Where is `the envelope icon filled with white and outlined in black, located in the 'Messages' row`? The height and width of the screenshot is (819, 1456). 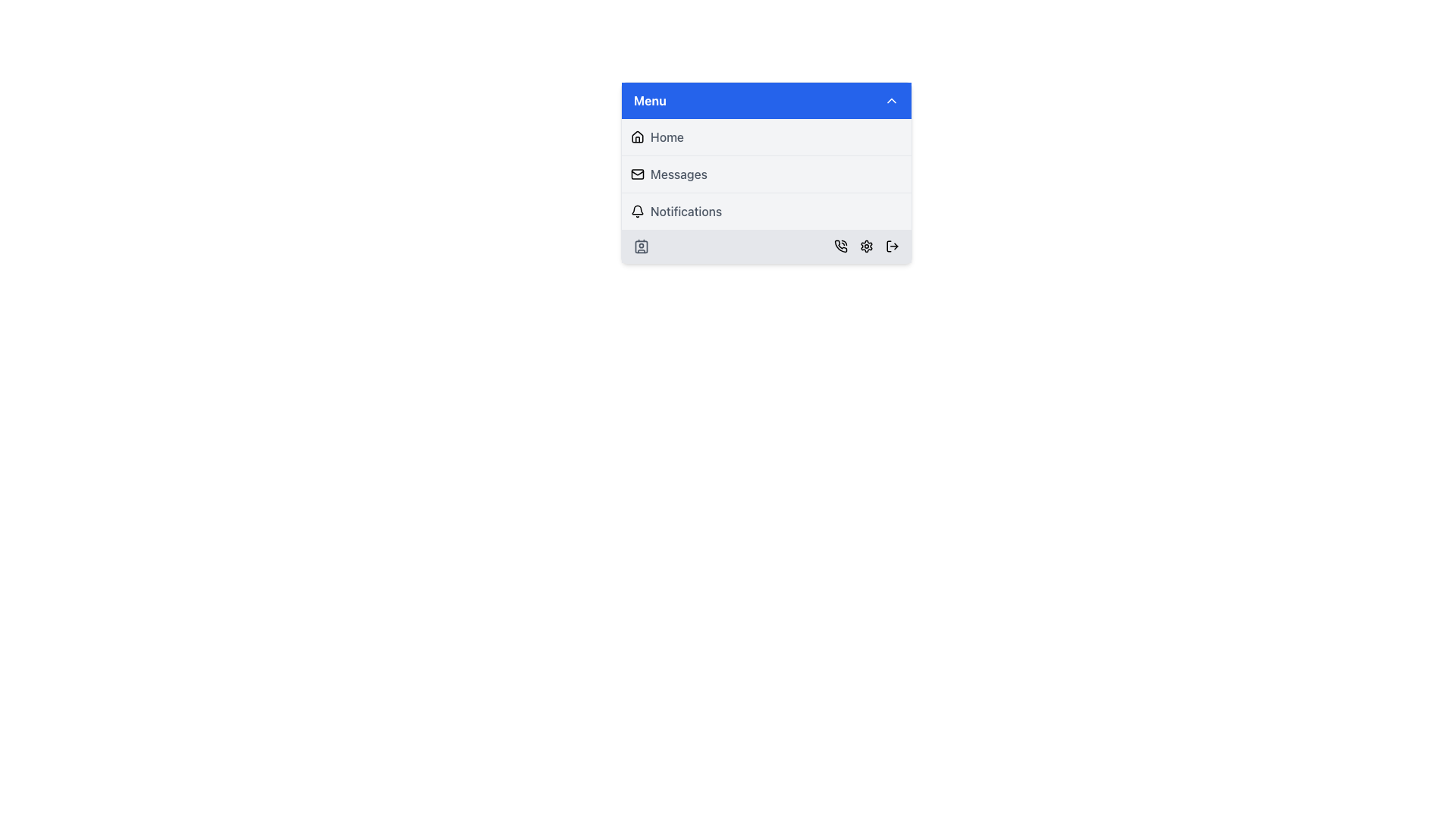 the envelope icon filled with white and outlined in black, located in the 'Messages' row is located at coordinates (637, 174).